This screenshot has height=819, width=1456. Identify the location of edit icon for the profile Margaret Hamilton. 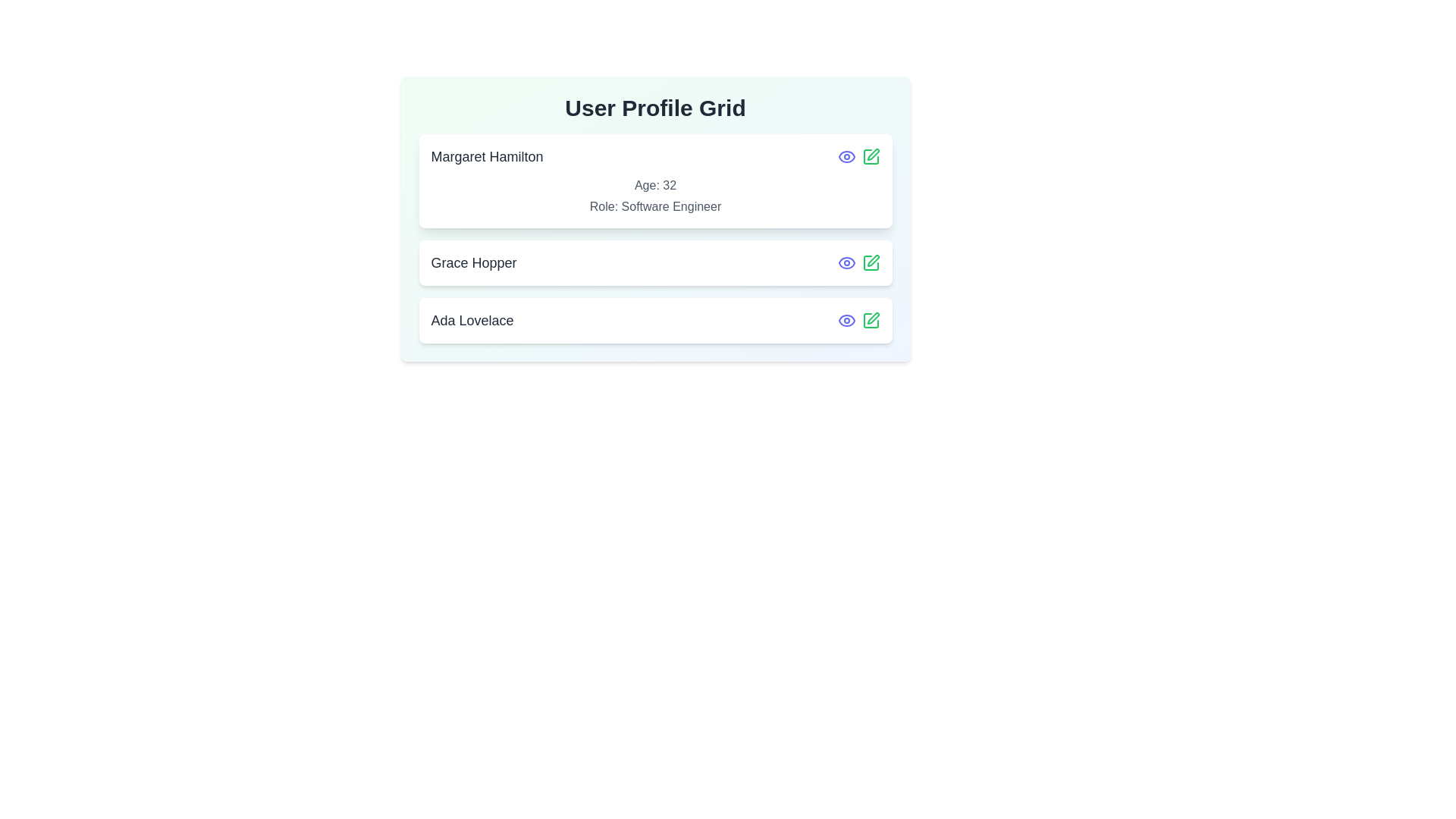
(871, 157).